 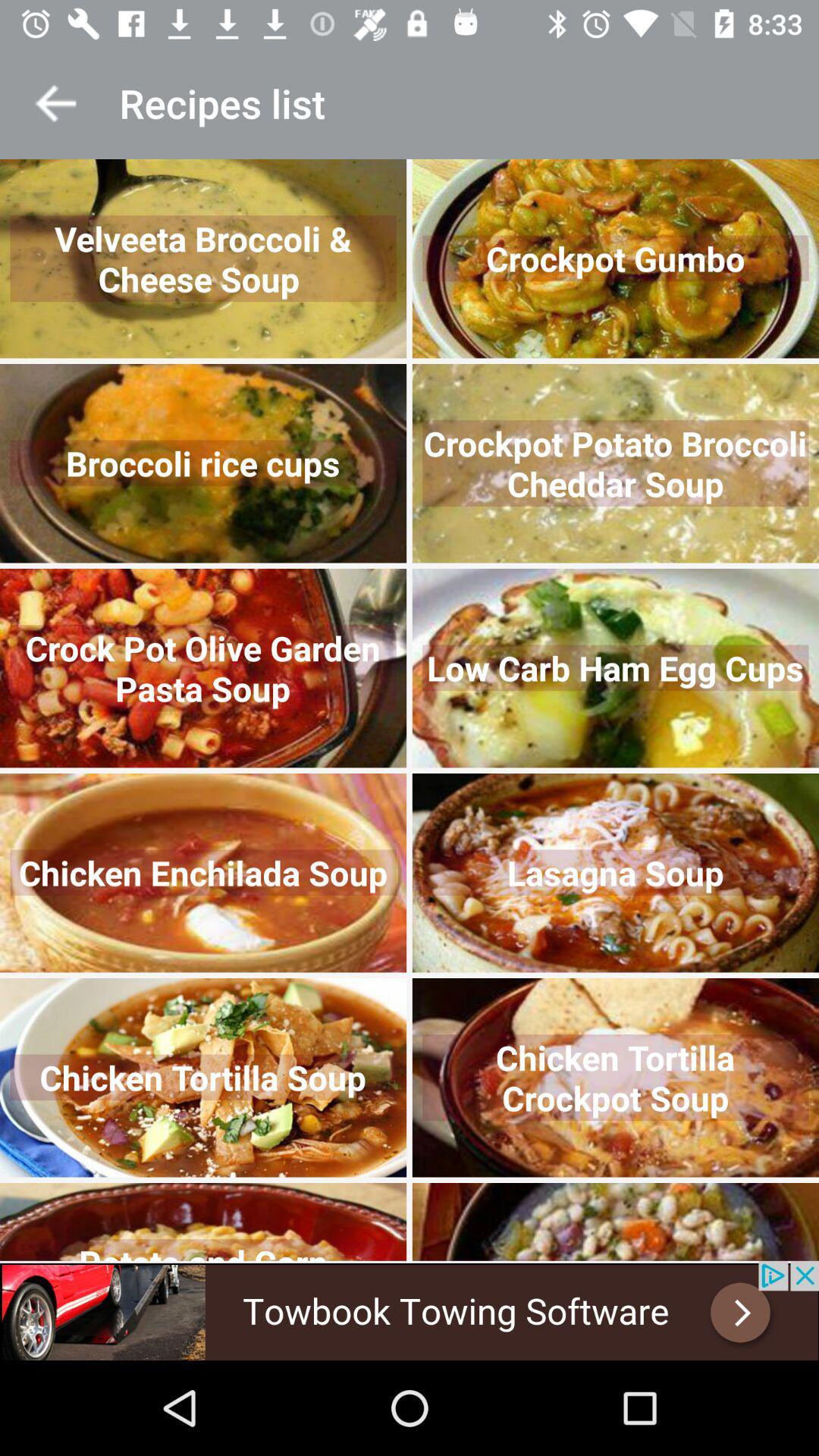 I want to click on aromark, so click(x=55, y=102).